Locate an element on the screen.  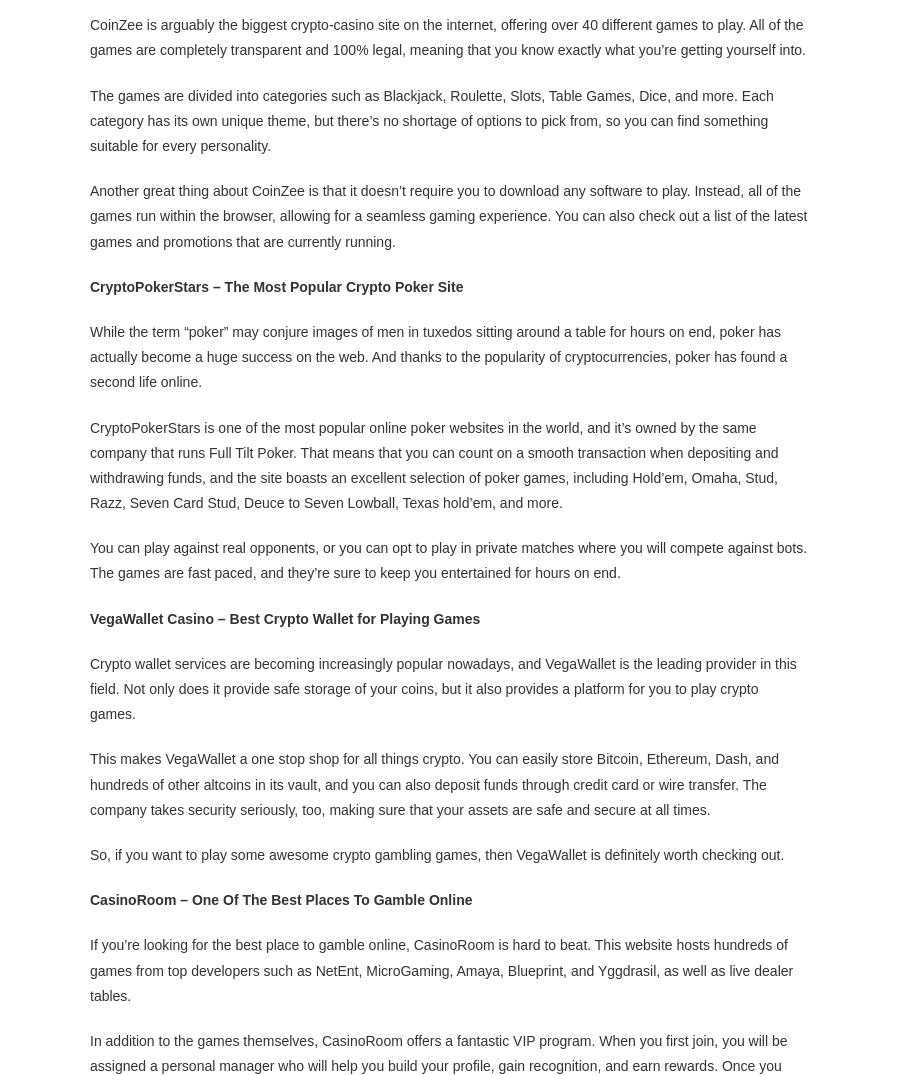
'CryptoPokerStars – The Most Popular Crypto Poker Site' is located at coordinates (277, 284).